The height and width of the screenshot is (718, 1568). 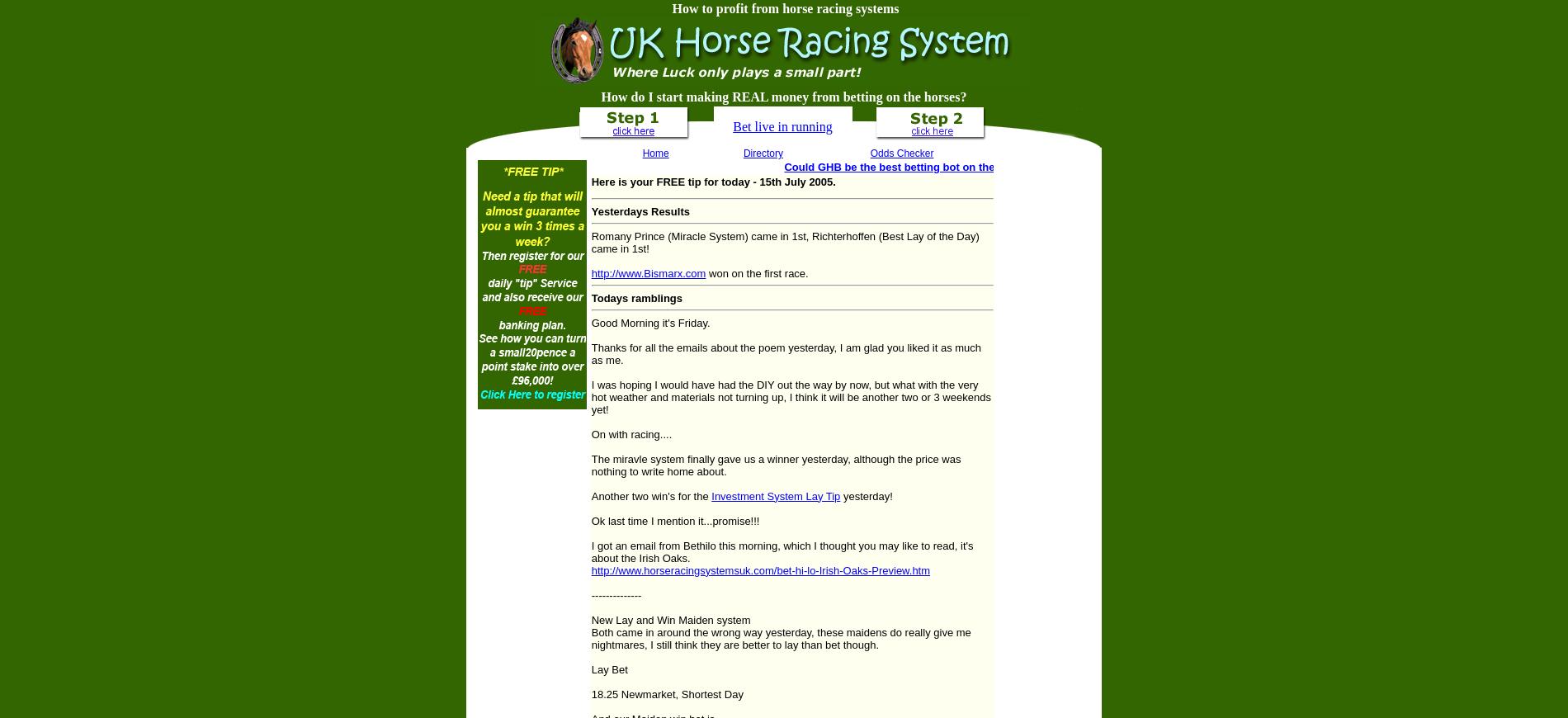 What do you see at coordinates (866, 494) in the screenshot?
I see `'yesterday!'` at bounding box center [866, 494].